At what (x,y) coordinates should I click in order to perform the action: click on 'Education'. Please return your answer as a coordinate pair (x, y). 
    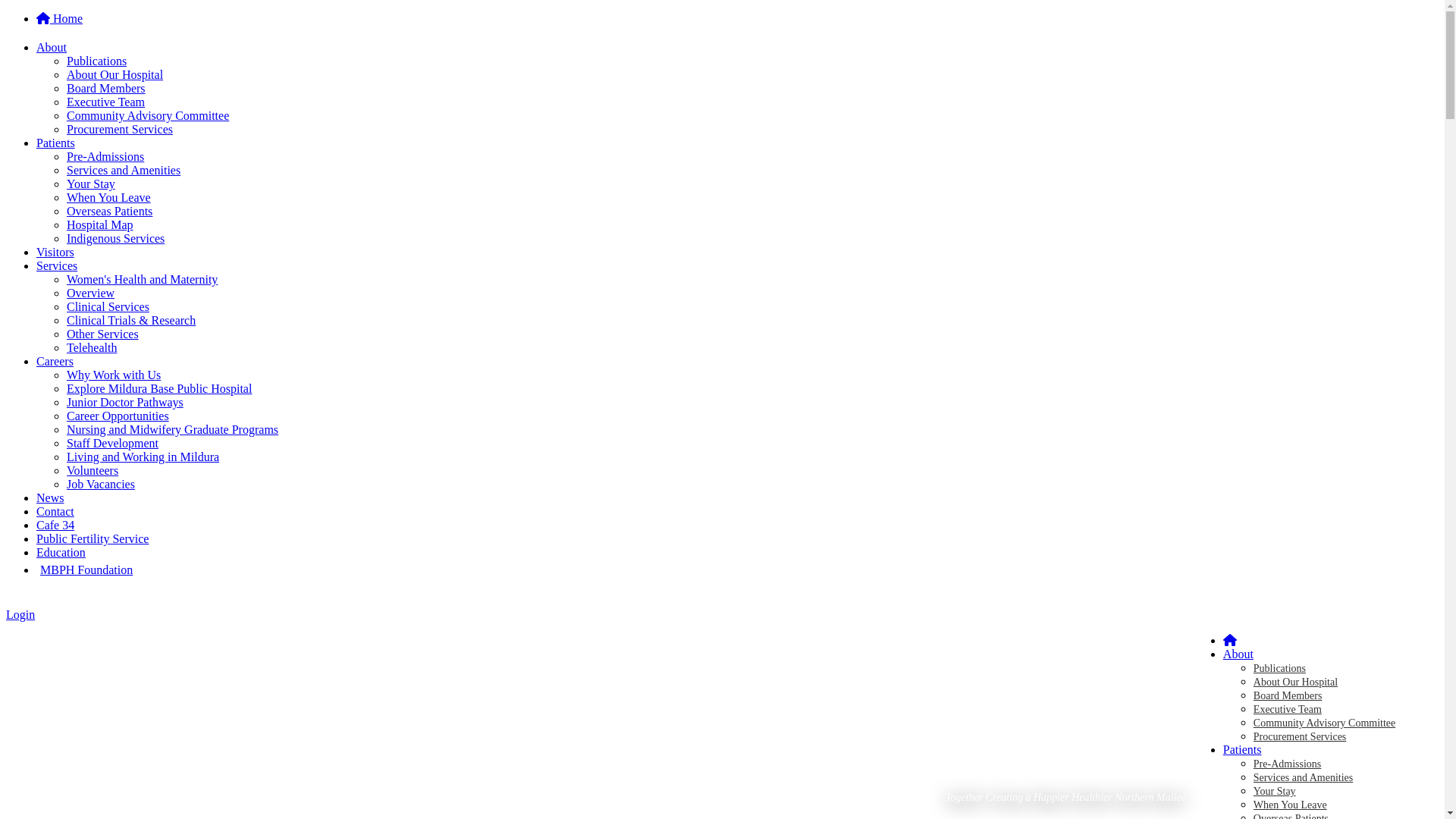
    Looking at the image, I should click on (61, 552).